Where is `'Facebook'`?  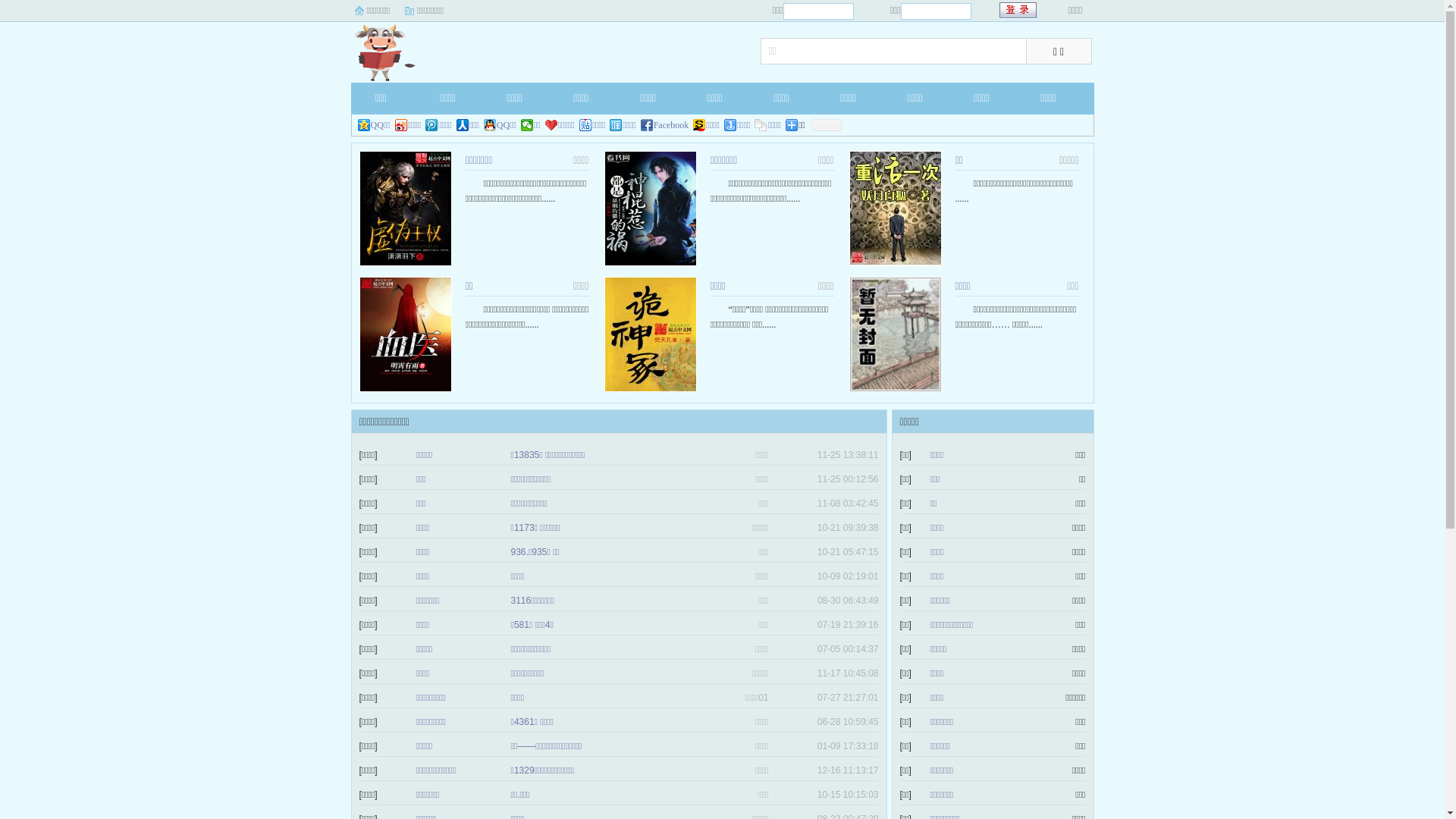
'Facebook' is located at coordinates (665, 124).